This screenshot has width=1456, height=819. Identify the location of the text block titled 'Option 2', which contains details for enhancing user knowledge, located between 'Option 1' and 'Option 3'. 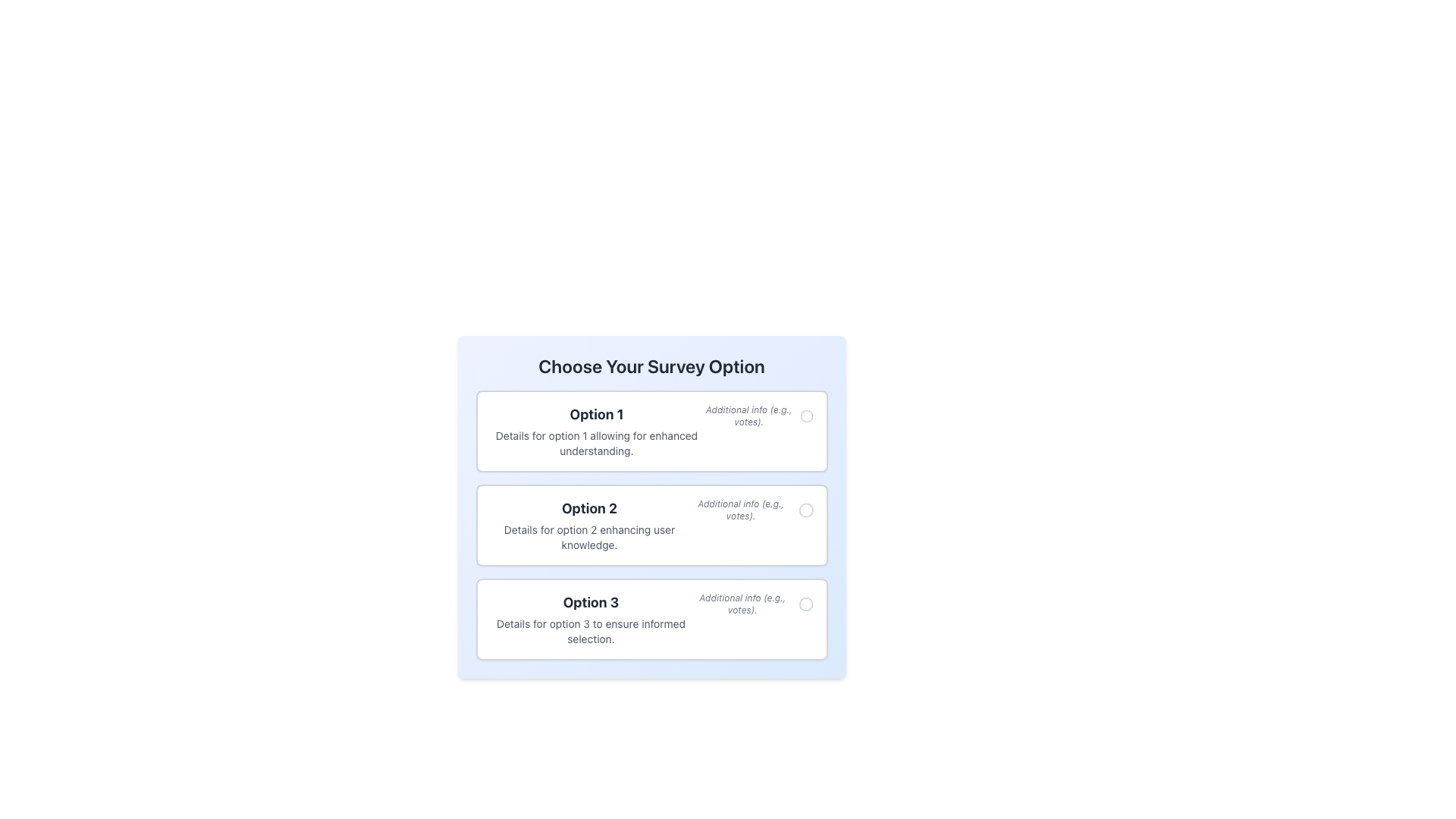
(588, 525).